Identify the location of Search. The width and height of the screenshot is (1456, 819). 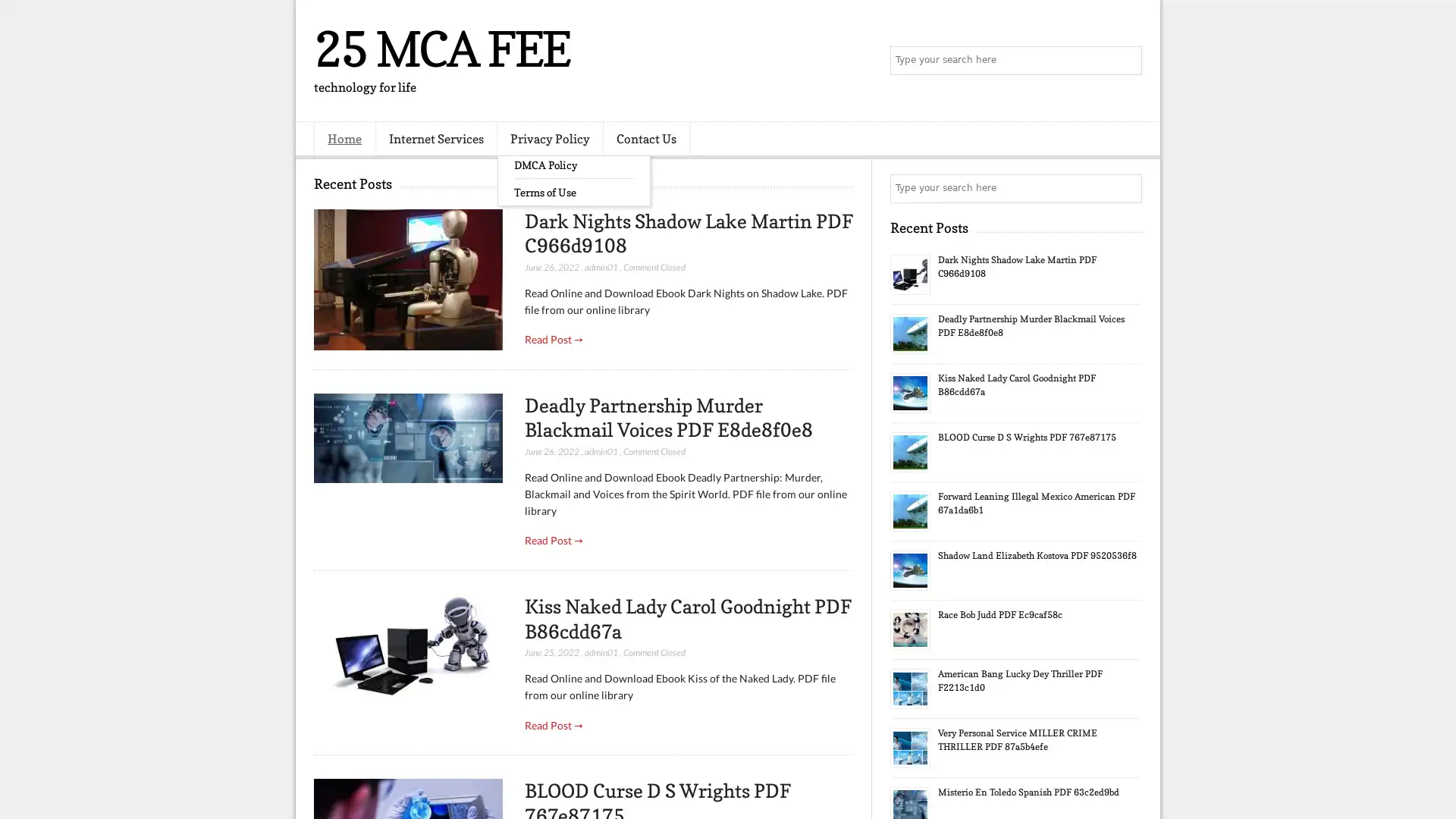
(1126, 188).